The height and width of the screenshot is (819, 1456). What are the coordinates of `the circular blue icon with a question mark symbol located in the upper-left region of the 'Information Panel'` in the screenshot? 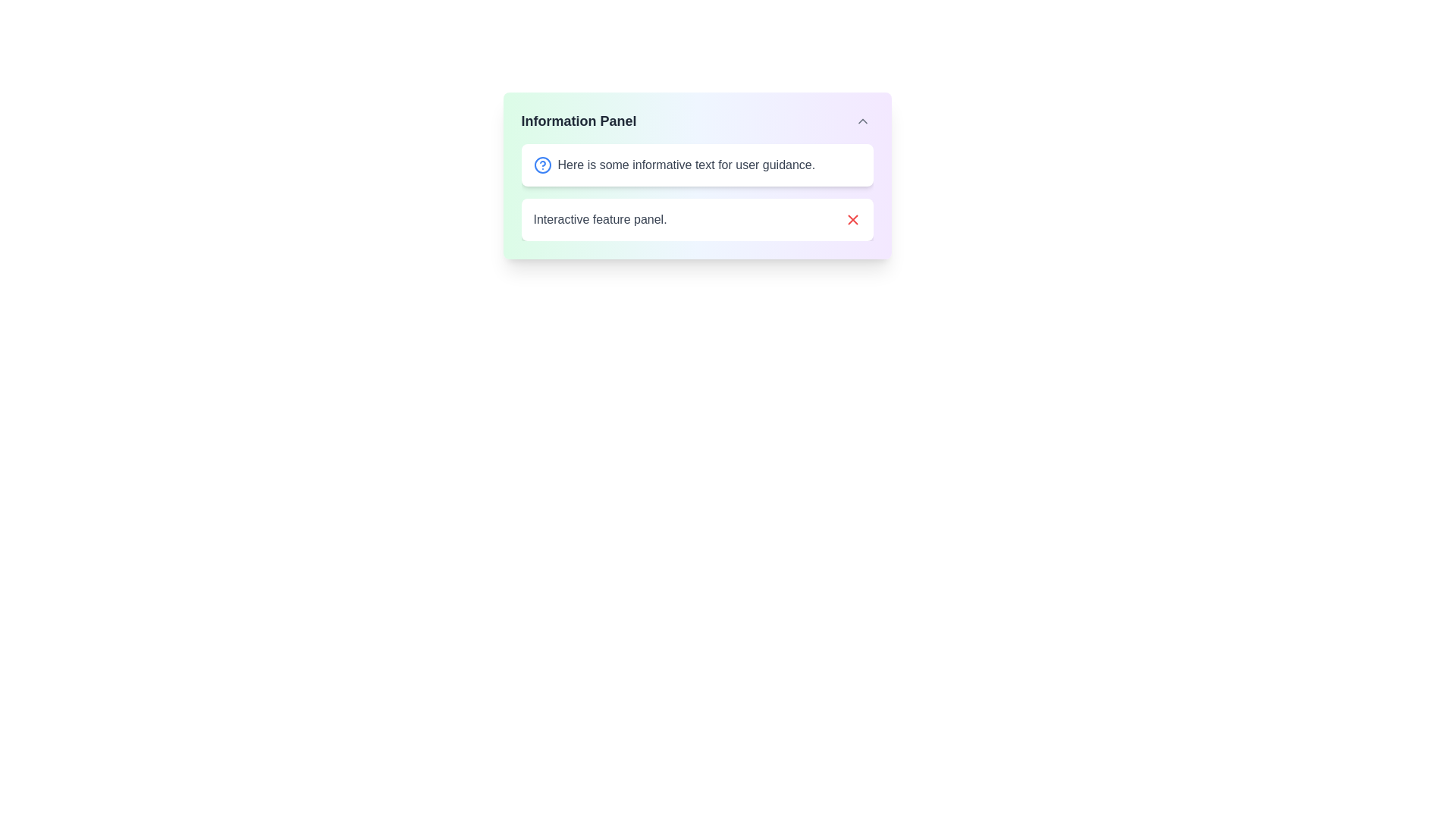 It's located at (542, 165).